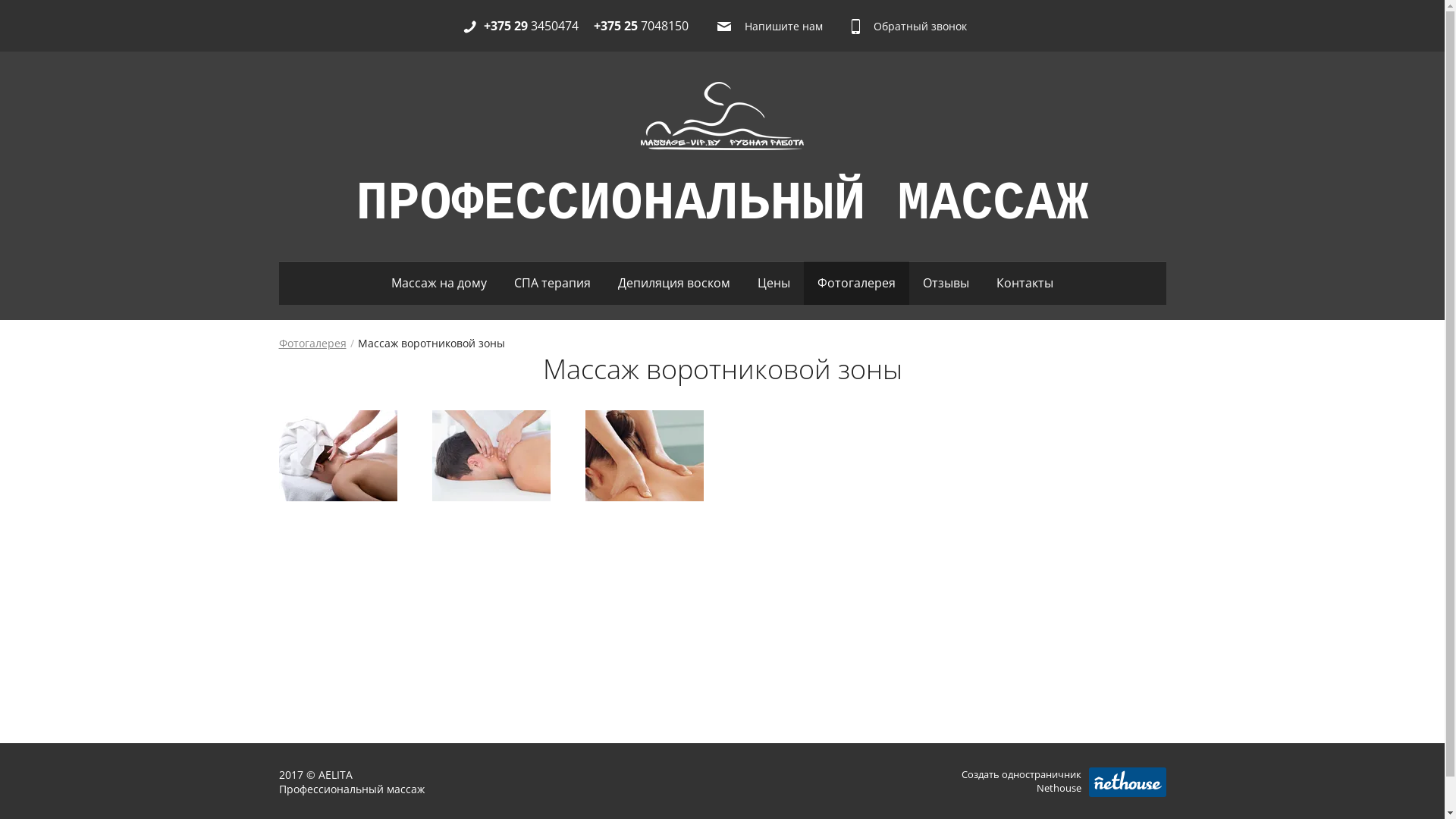 This screenshot has width=1456, height=819. I want to click on 'Nethouse.ru', so click(1128, 782).